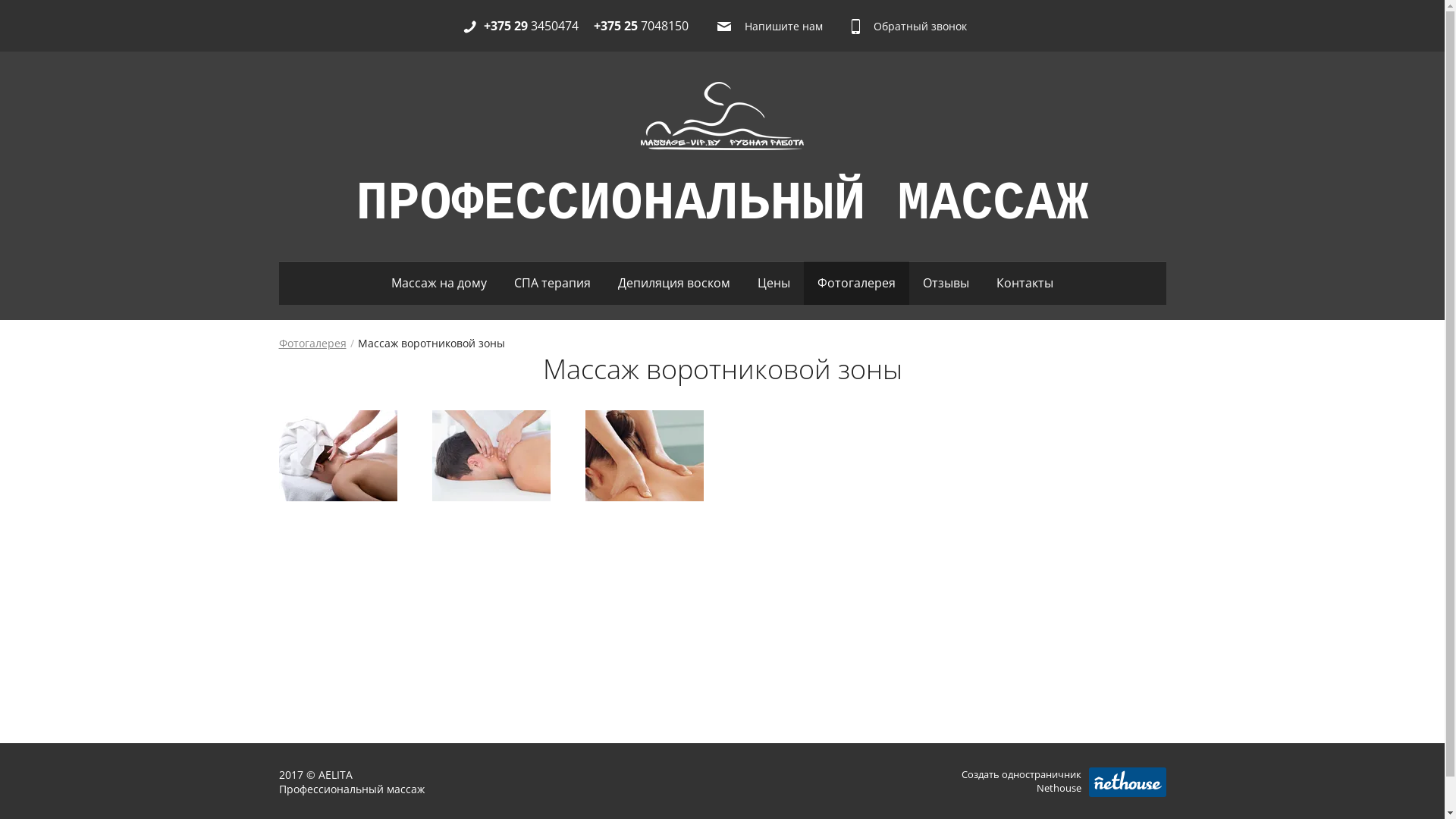 This screenshot has width=1456, height=819. I want to click on 'Nethouse.ru', so click(1128, 782).